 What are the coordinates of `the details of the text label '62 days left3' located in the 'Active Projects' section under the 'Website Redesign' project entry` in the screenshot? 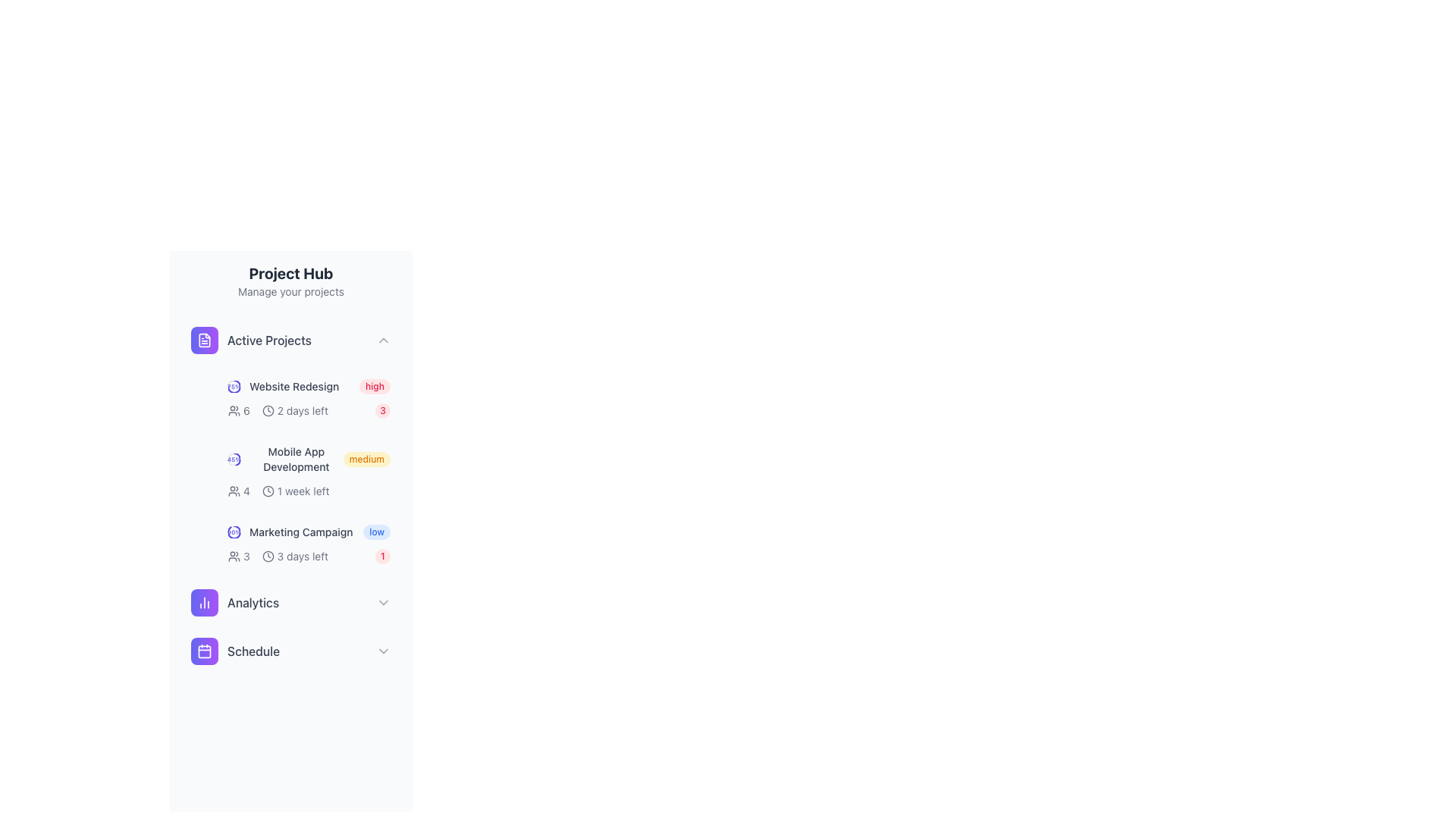 It's located at (309, 411).